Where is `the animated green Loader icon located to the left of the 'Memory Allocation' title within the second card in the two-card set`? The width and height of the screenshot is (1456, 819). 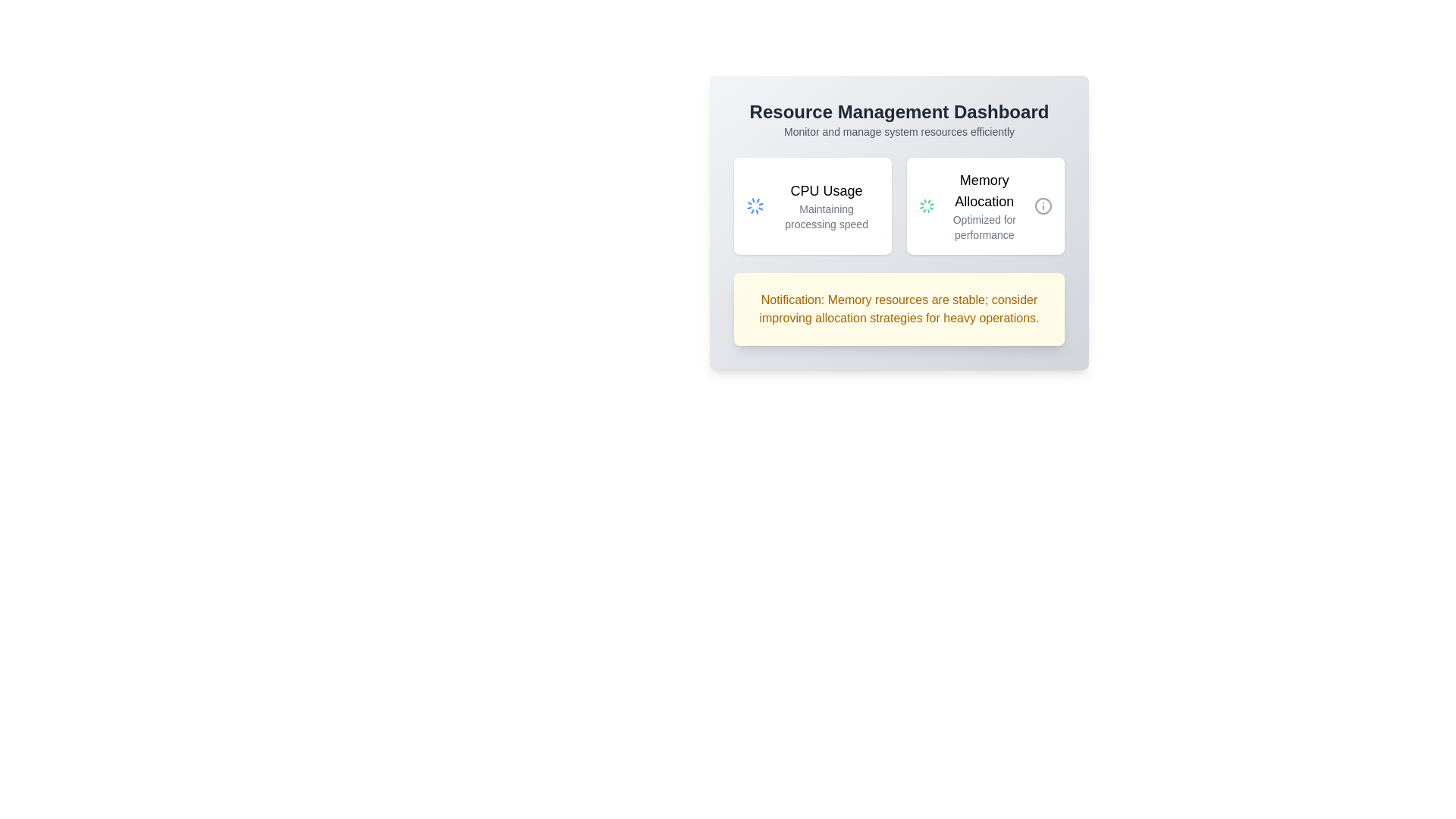
the animated green Loader icon located to the left of the 'Memory Allocation' title within the second card in the two-card set is located at coordinates (926, 206).